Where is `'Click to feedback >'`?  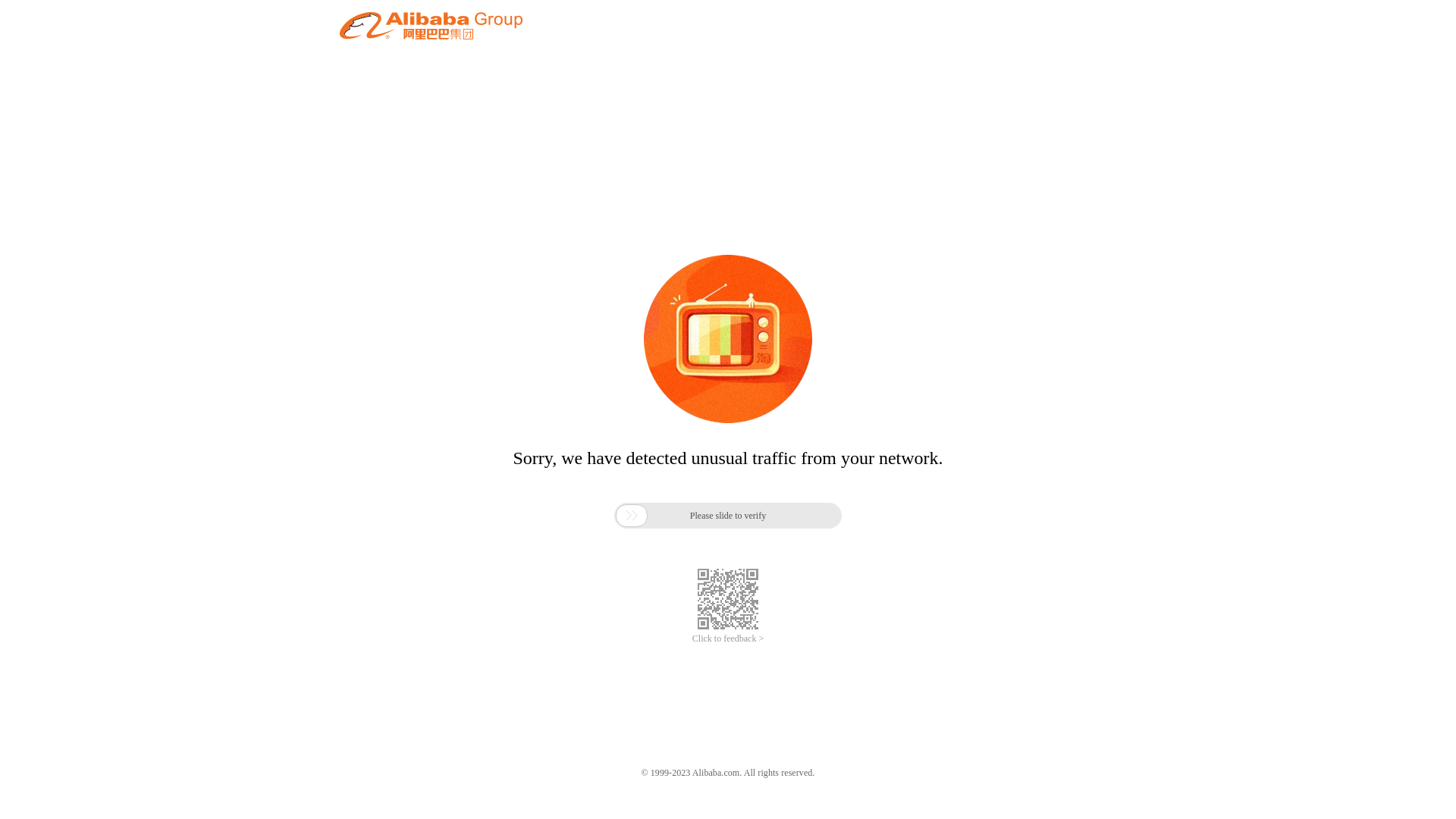
'Click to feedback >' is located at coordinates (728, 639).